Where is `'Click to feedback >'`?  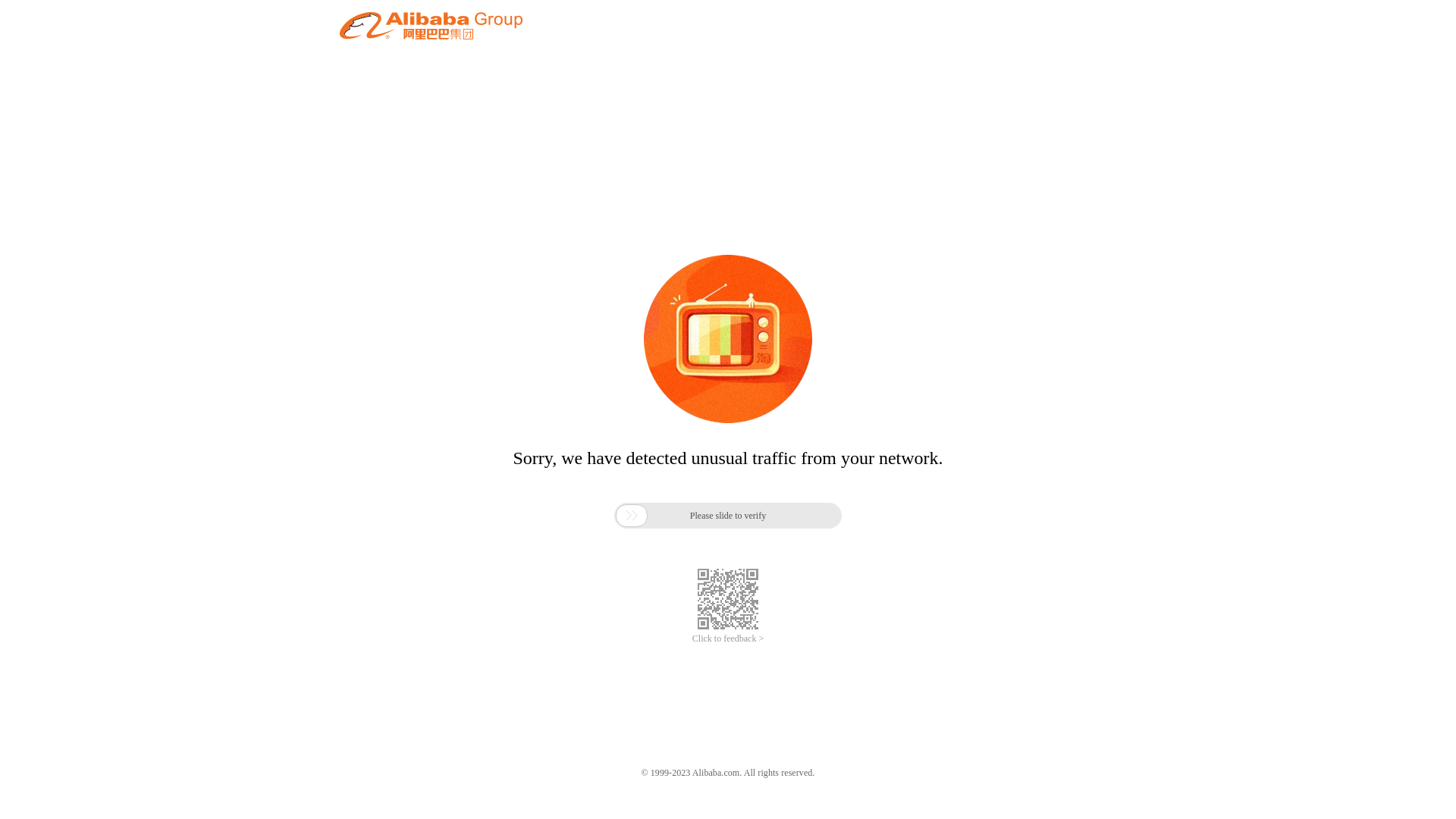
'Click to feedback >' is located at coordinates (728, 639).